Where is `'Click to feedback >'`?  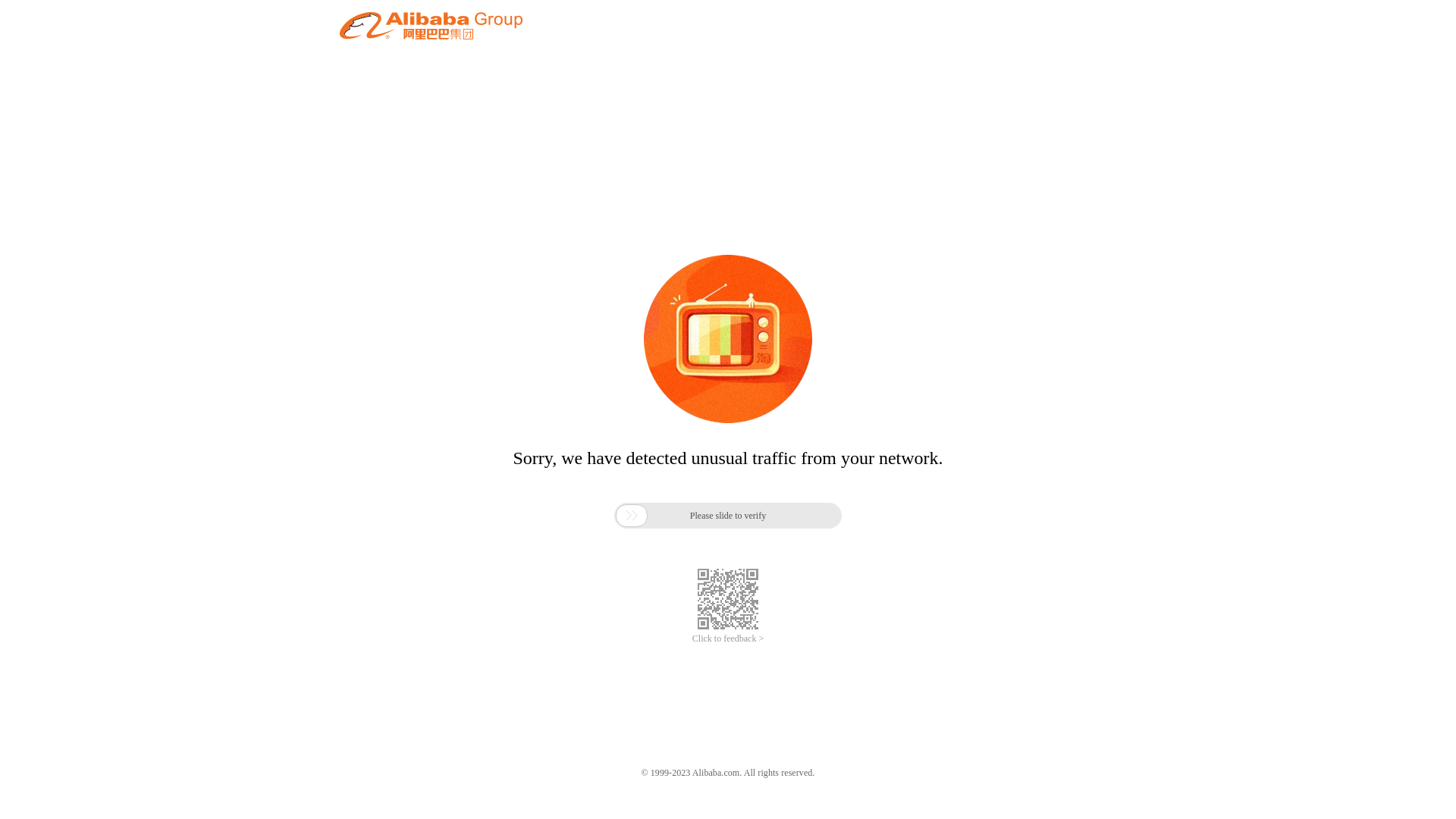
'Click to feedback >' is located at coordinates (728, 639).